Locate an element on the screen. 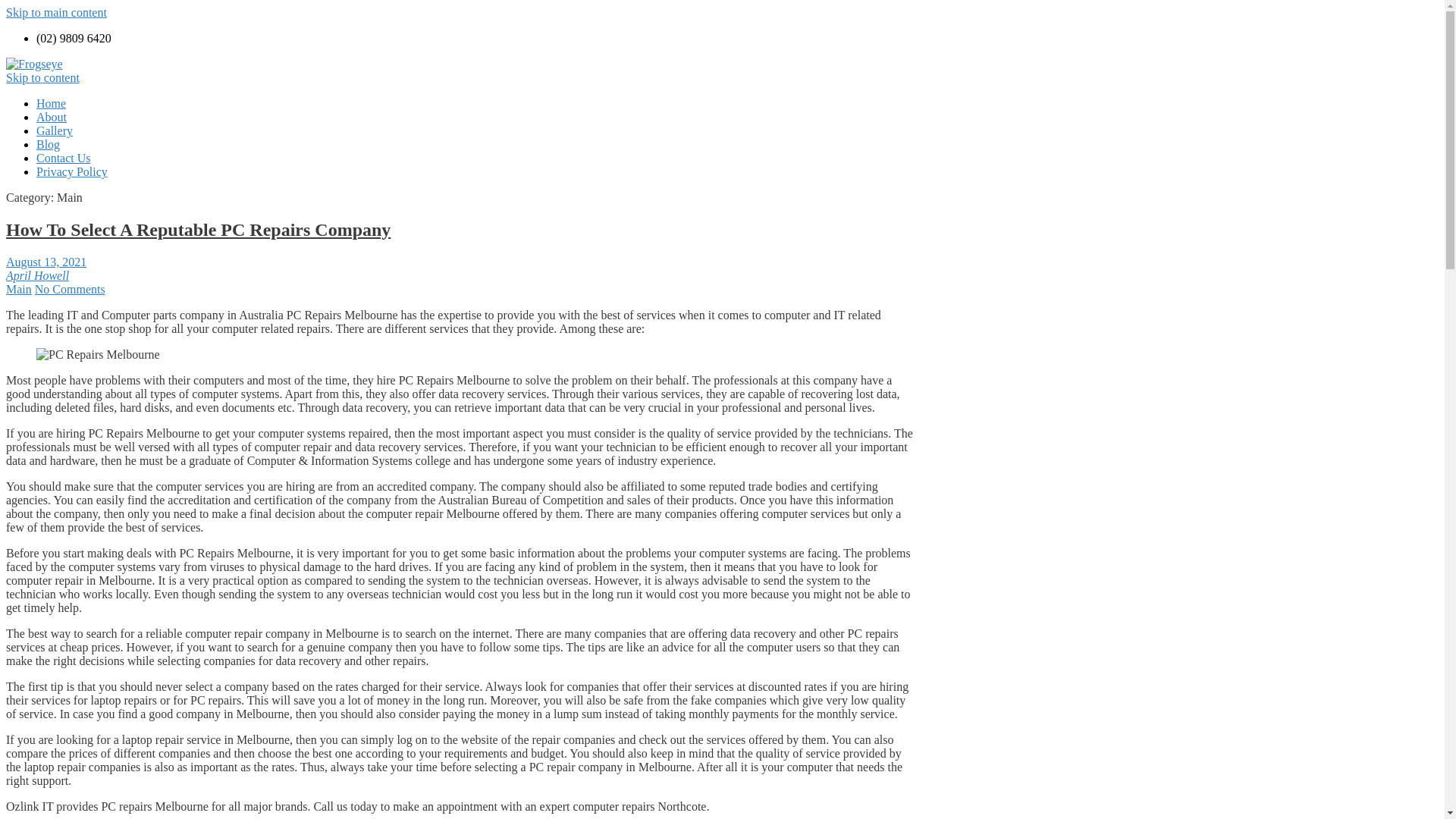  'Skip to content' is located at coordinates (42, 77).